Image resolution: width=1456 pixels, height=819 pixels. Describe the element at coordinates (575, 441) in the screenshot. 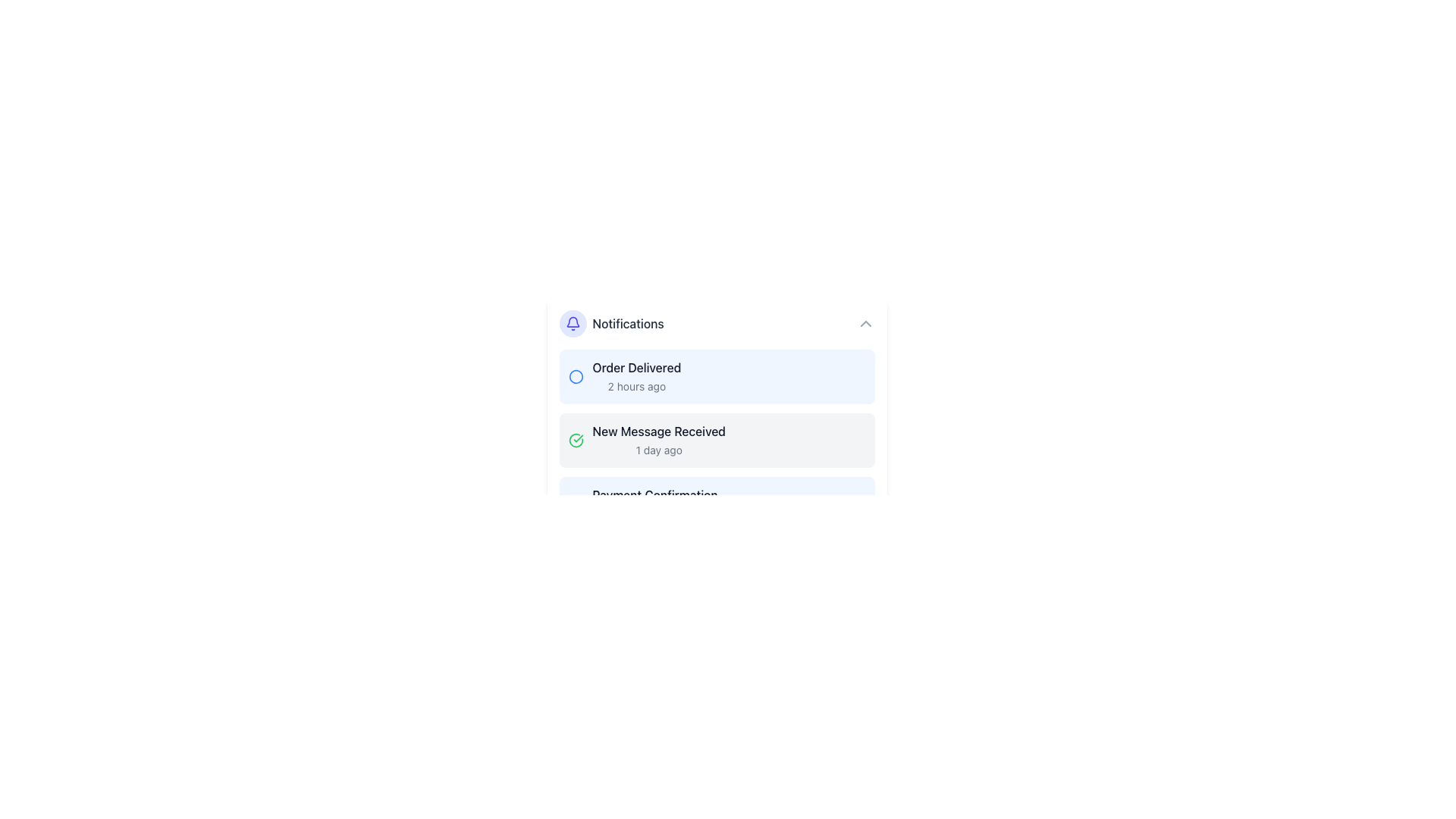

I see `the verified state icon located on the left side of the notification text for 'New Message Received' in the second notification block` at that location.